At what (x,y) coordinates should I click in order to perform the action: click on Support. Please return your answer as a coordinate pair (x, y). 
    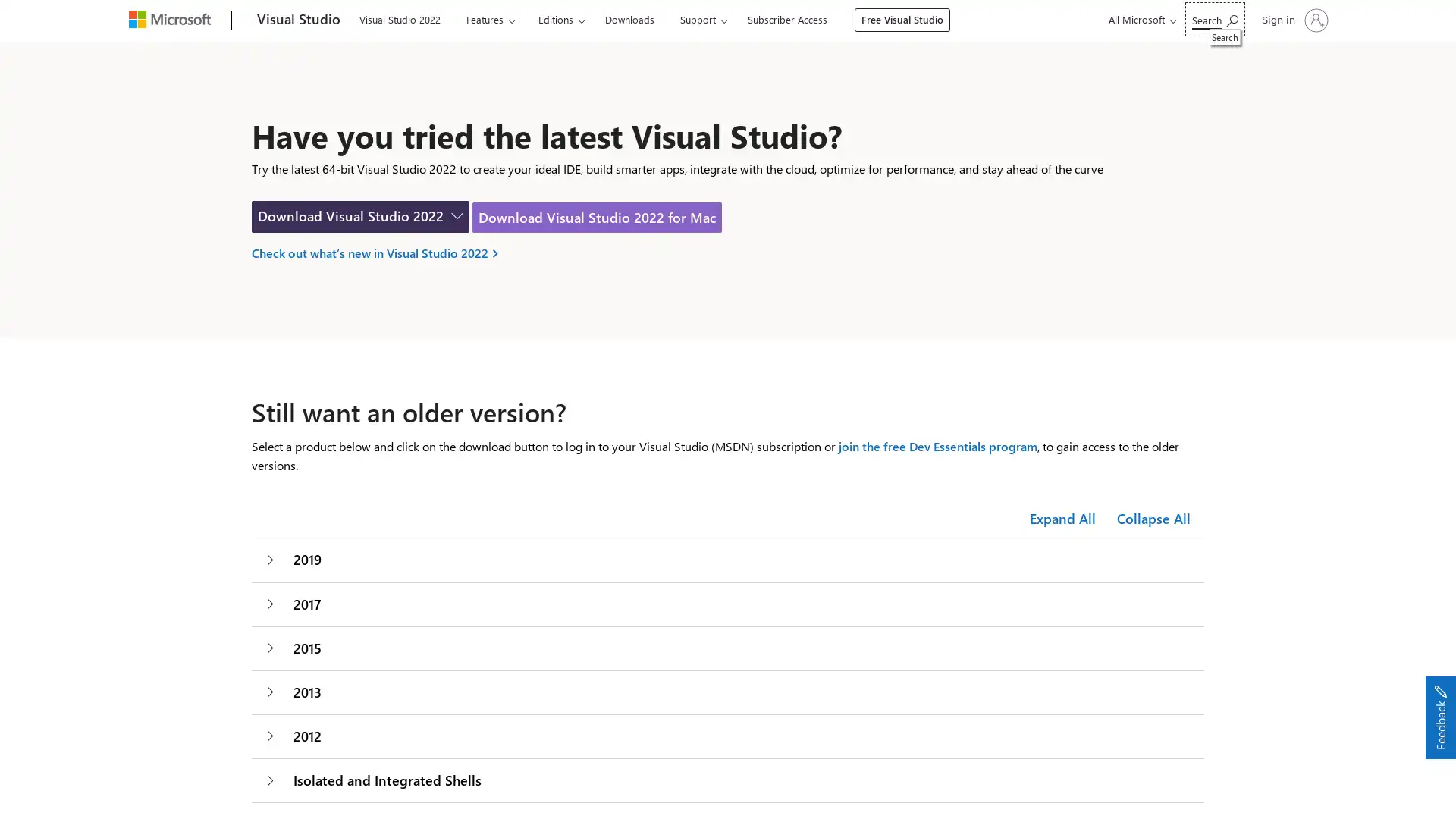
    Looking at the image, I should click on (702, 20).